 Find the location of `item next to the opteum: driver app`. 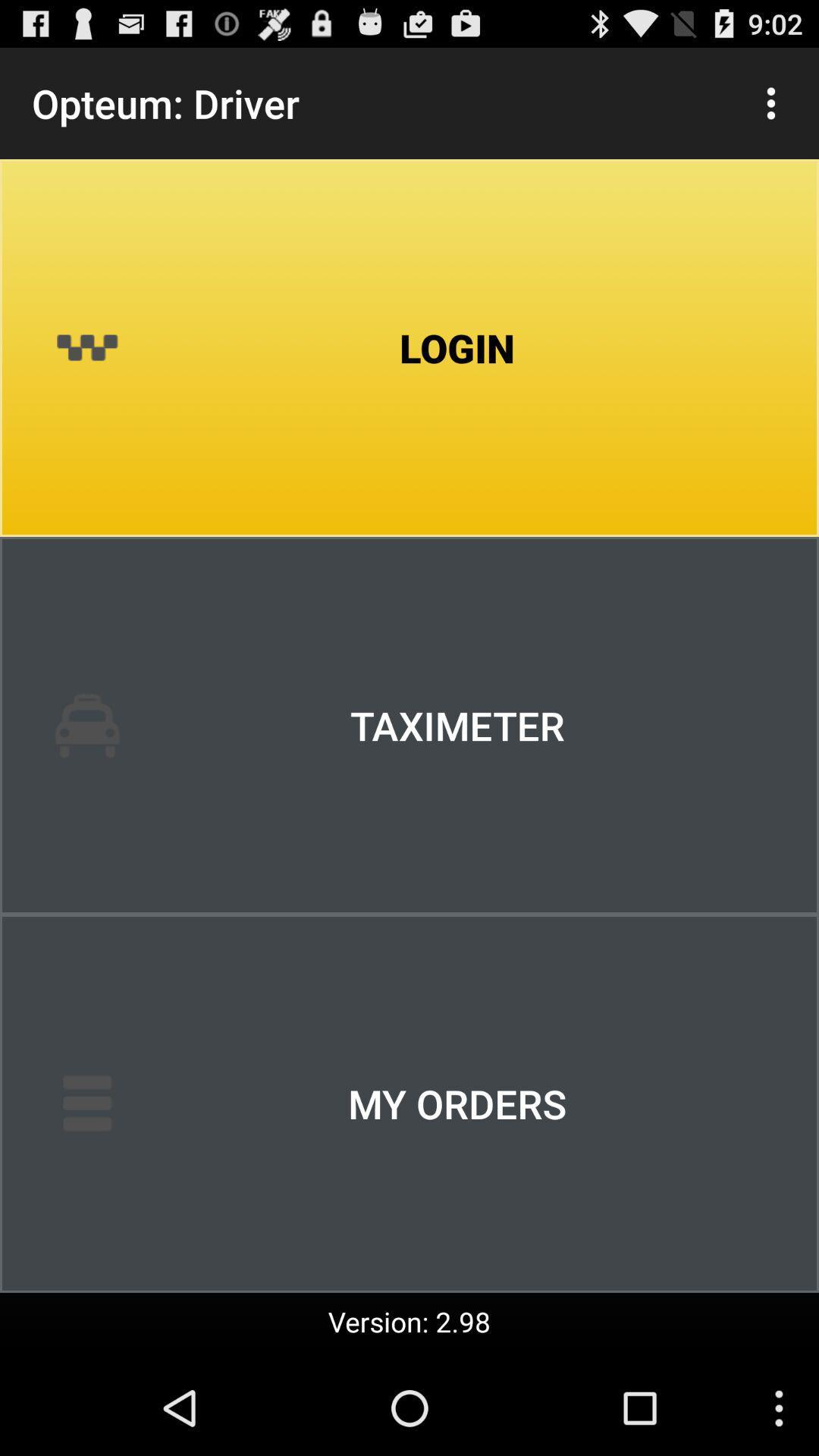

item next to the opteum: driver app is located at coordinates (771, 102).